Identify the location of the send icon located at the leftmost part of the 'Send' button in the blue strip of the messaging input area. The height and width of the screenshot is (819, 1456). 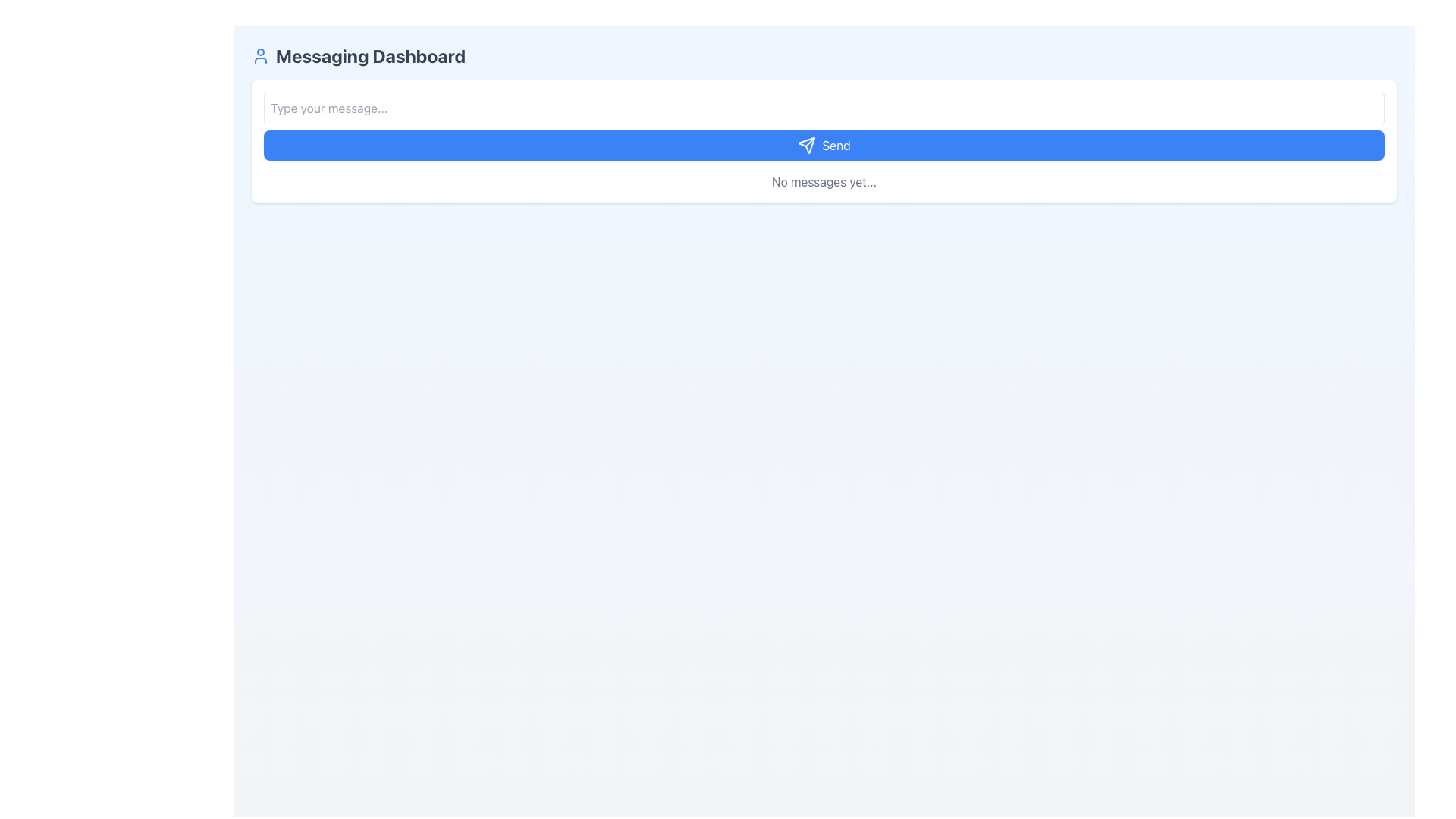
(806, 146).